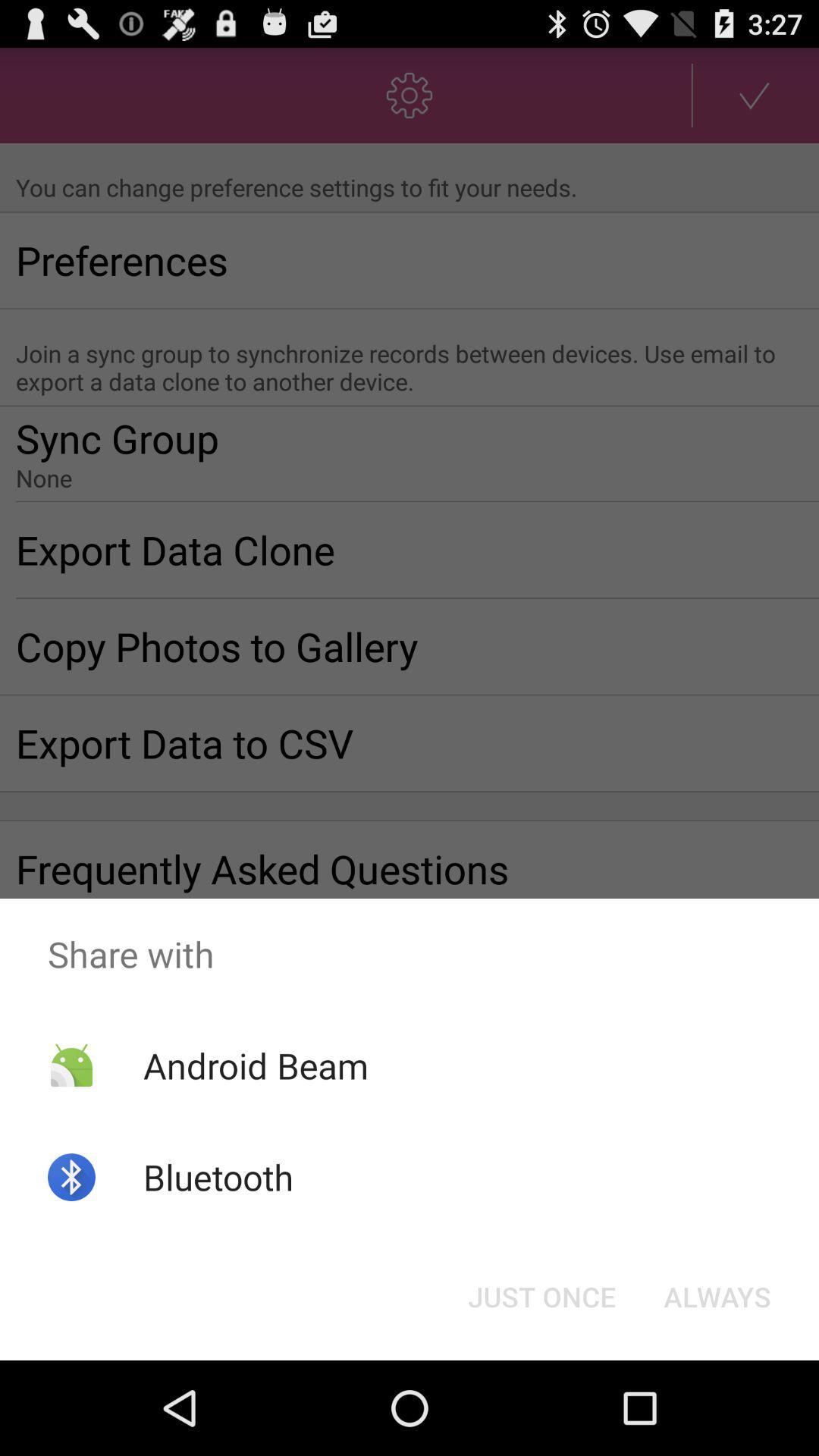 The height and width of the screenshot is (1456, 819). I want to click on the always at the bottom right corner, so click(717, 1295).